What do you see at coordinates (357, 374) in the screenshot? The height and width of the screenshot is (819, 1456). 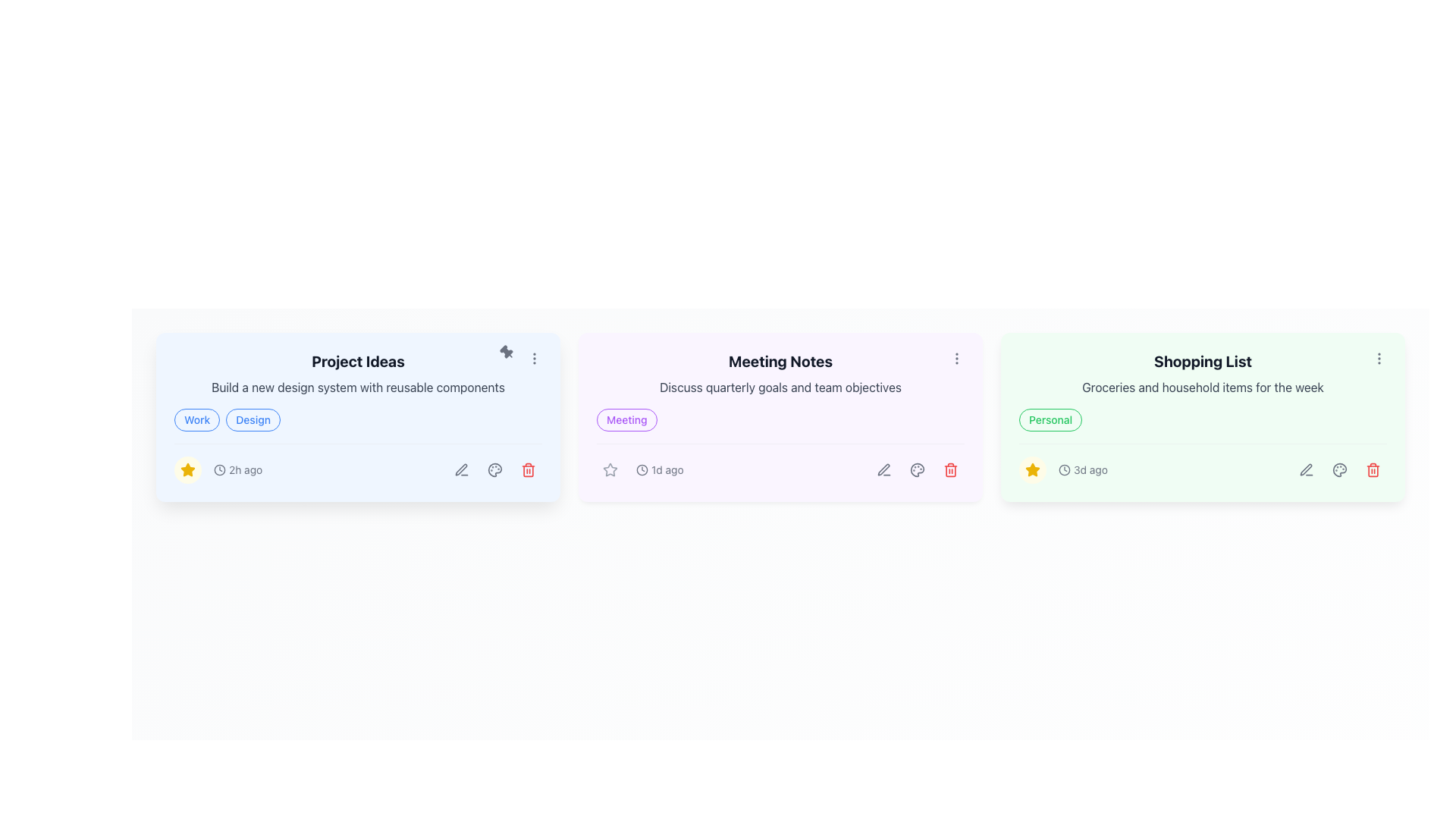 I see `the text display area containing the bold title 'Project Ideas' and the description 'Build a new design system with reusable components', located in the first card of a horizontally-aligned set of cards` at bounding box center [357, 374].